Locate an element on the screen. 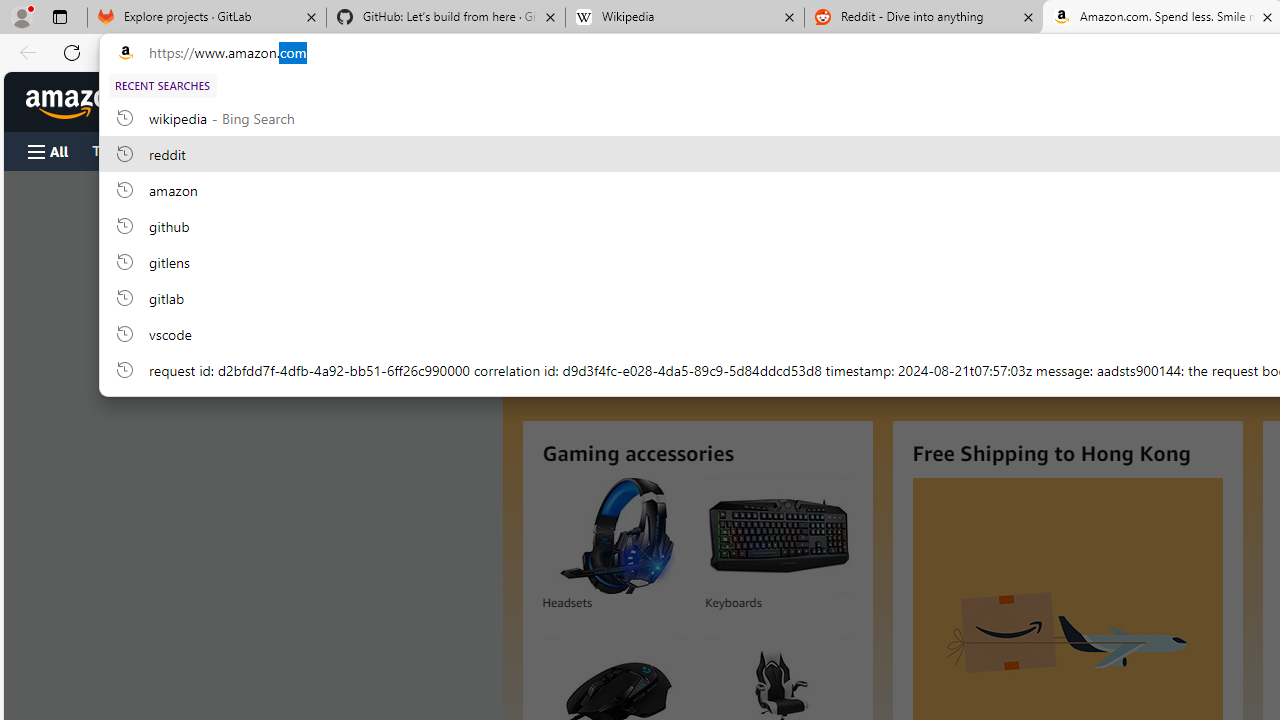 The height and width of the screenshot is (720, 1280). 'Headsets' is located at coordinates (615, 535).